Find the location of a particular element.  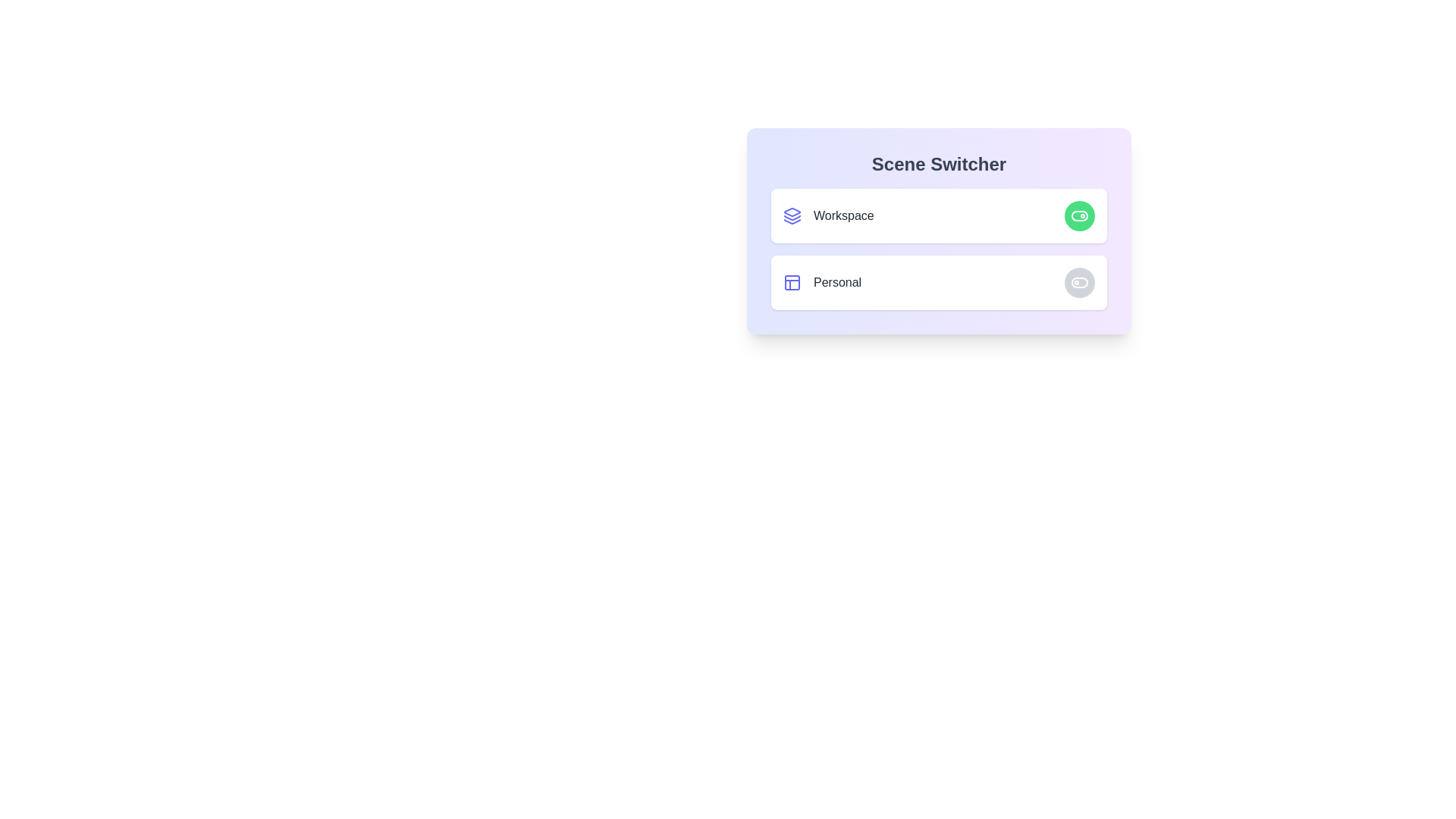

the 'Workspace' text label with supporting icon, which is styled in dark color and positioned adjacent to a blue accented multi-layered stack icon, located in the first card of the interface is located at coordinates (827, 216).